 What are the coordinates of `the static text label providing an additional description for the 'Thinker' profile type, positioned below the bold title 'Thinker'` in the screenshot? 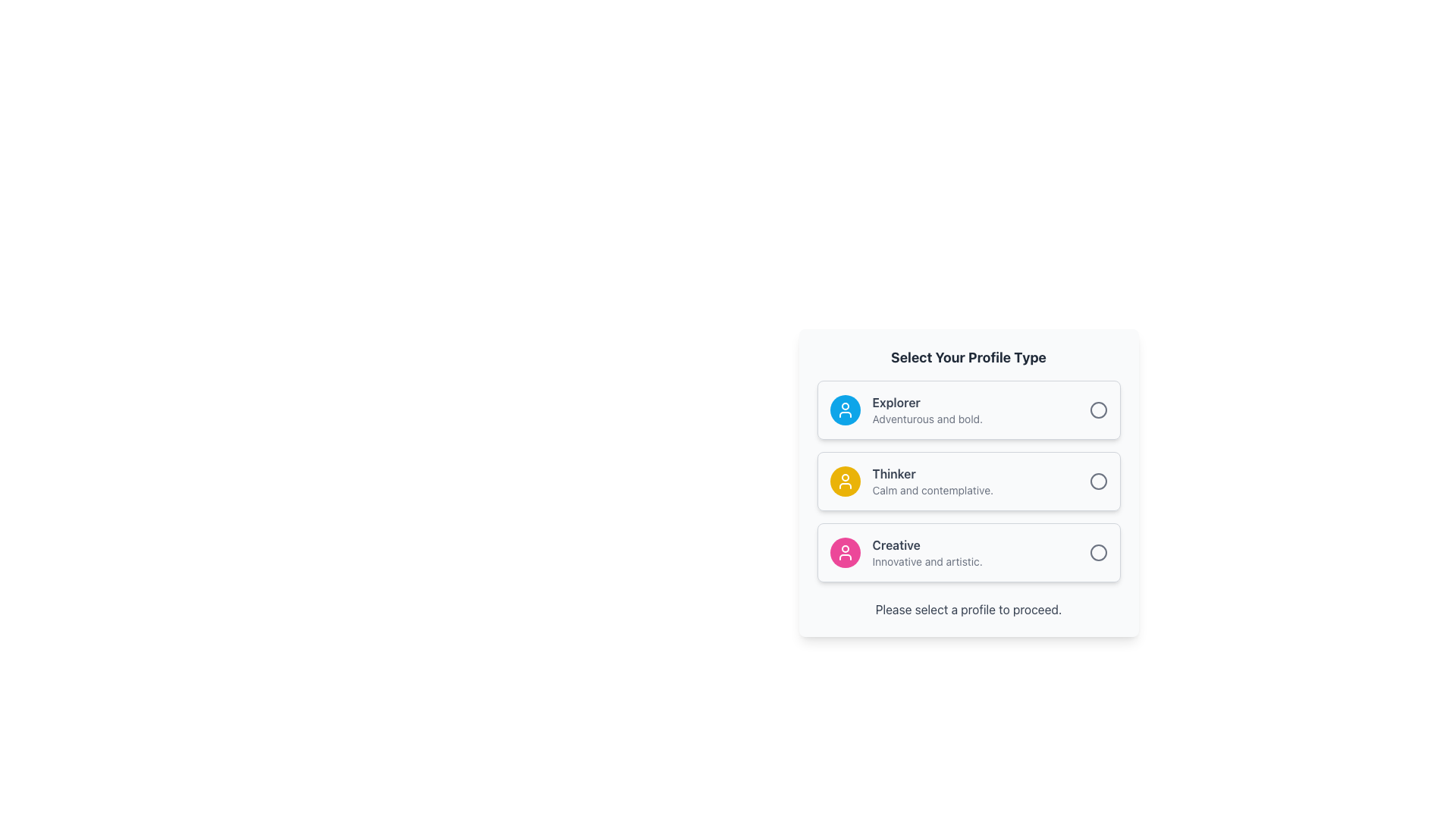 It's located at (981, 491).